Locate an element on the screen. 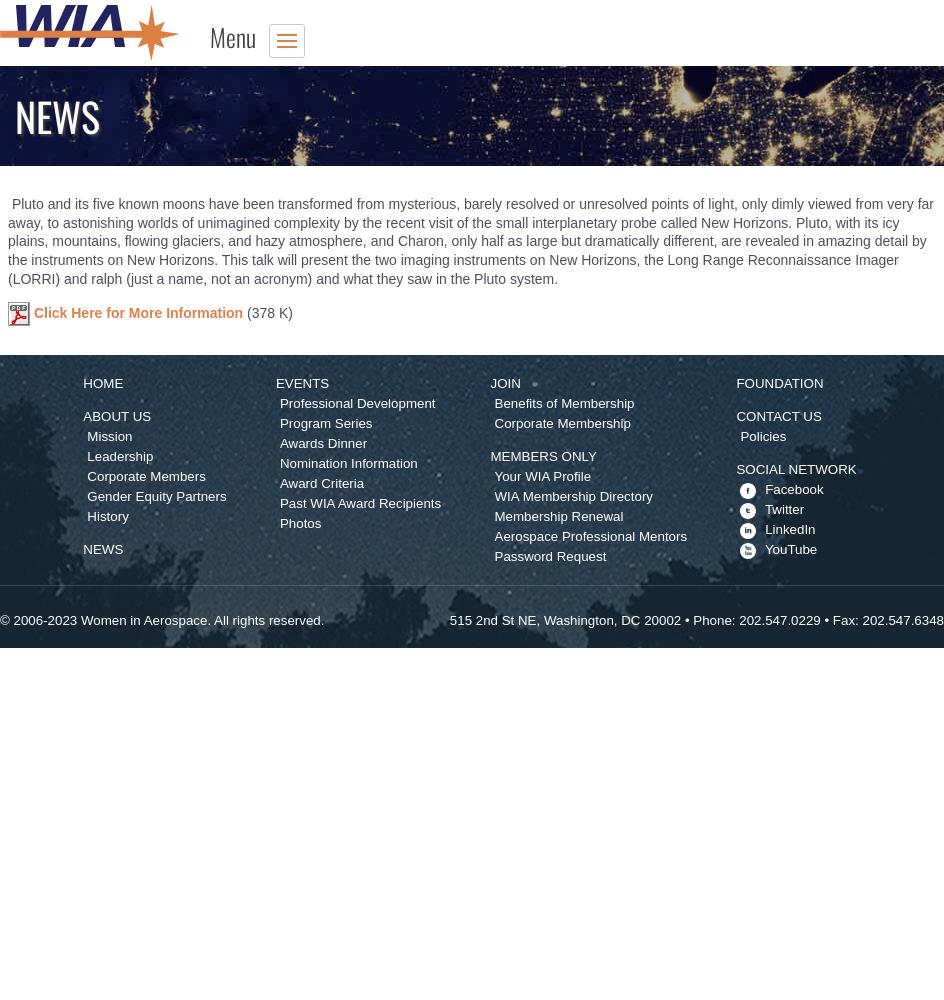 The image size is (944, 1000). 'YouTube' is located at coordinates (789, 549).